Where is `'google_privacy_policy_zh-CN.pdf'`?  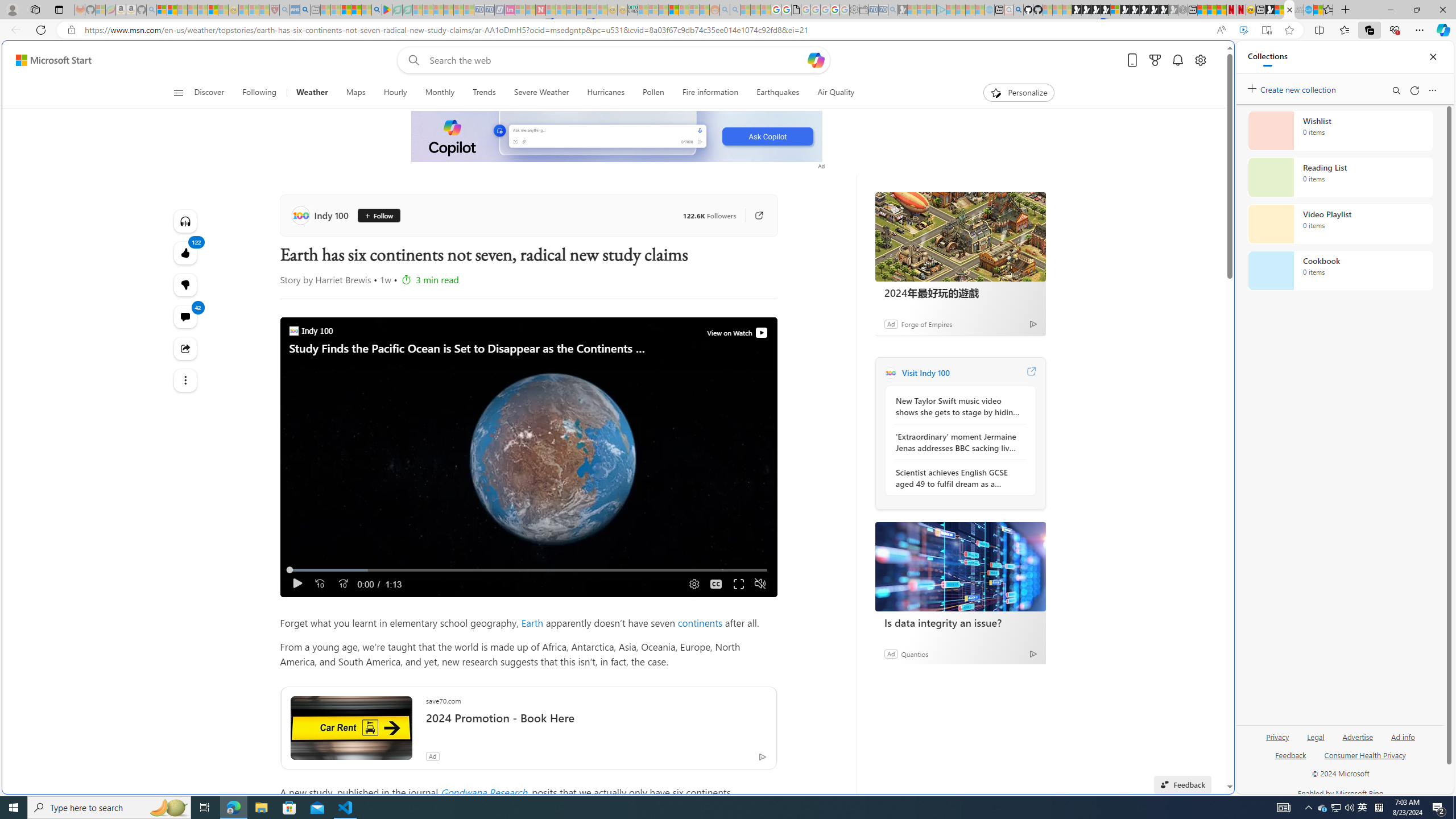
'google_privacy_policy_zh-CN.pdf' is located at coordinates (1118, 682).